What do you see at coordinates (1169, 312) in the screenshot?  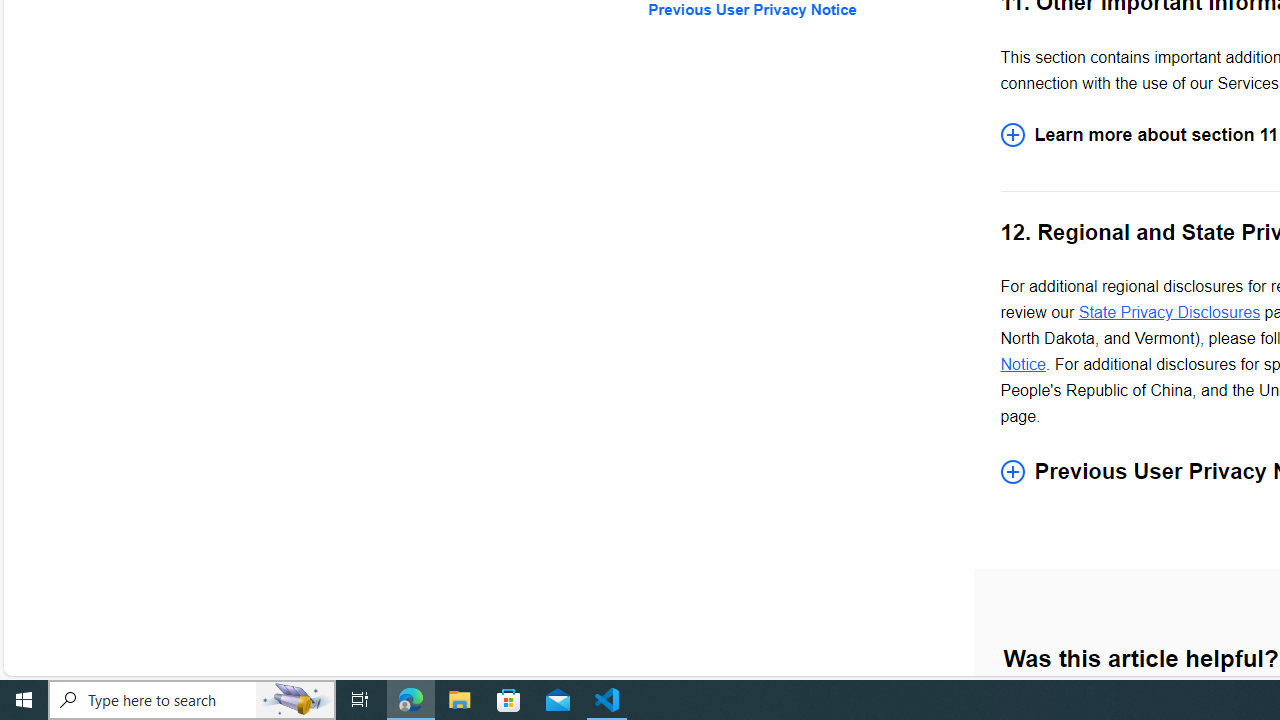 I see `'State Privacy Disclosures - opens in new window or tab'` at bounding box center [1169, 312].